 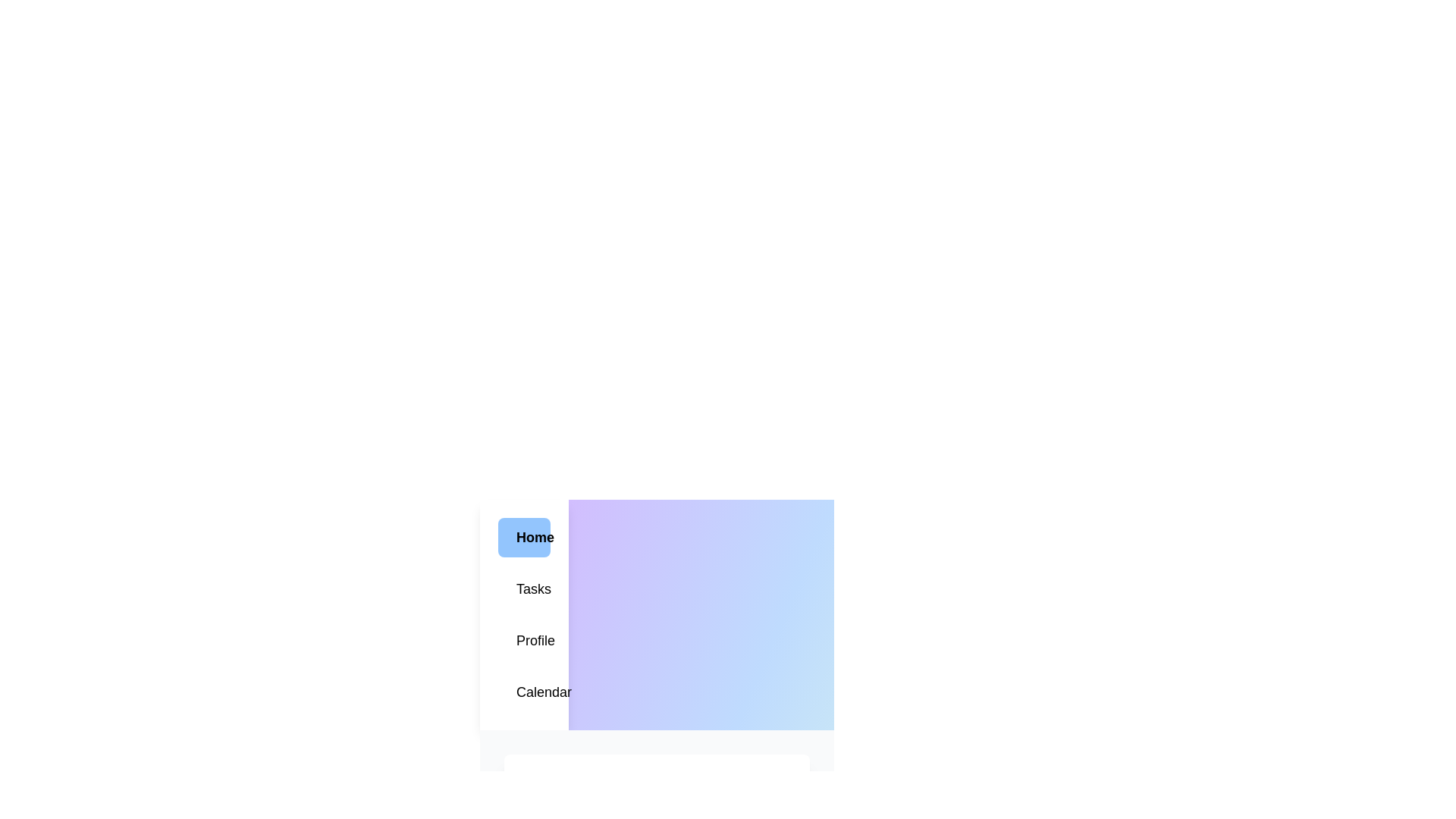 I want to click on the Home tab in the menu, so click(x=524, y=537).